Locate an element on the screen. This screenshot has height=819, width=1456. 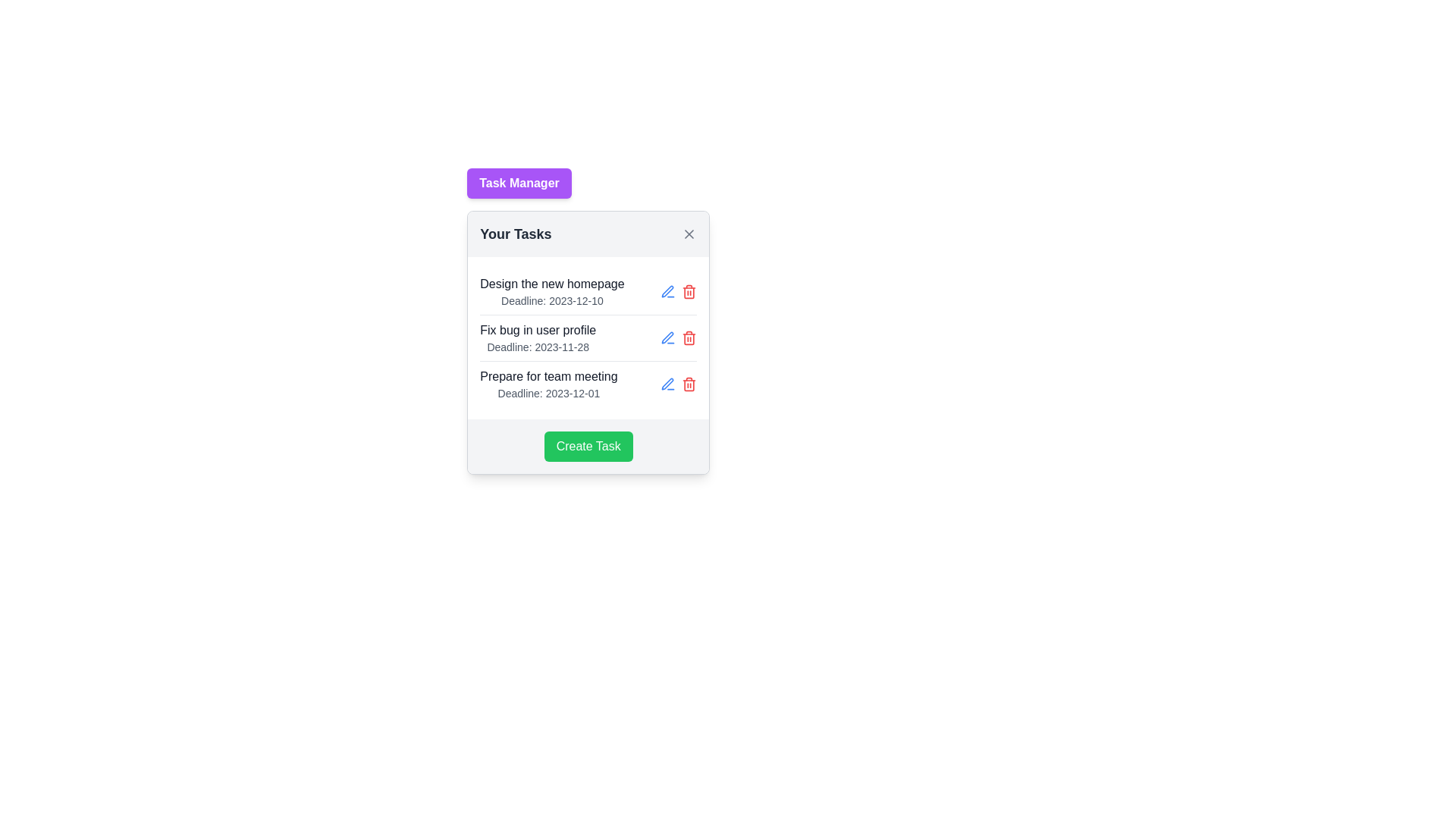
the informative text label displaying the due date for the task 'Fix bug in user profile', which is located in the center column of the task list interface is located at coordinates (538, 347).